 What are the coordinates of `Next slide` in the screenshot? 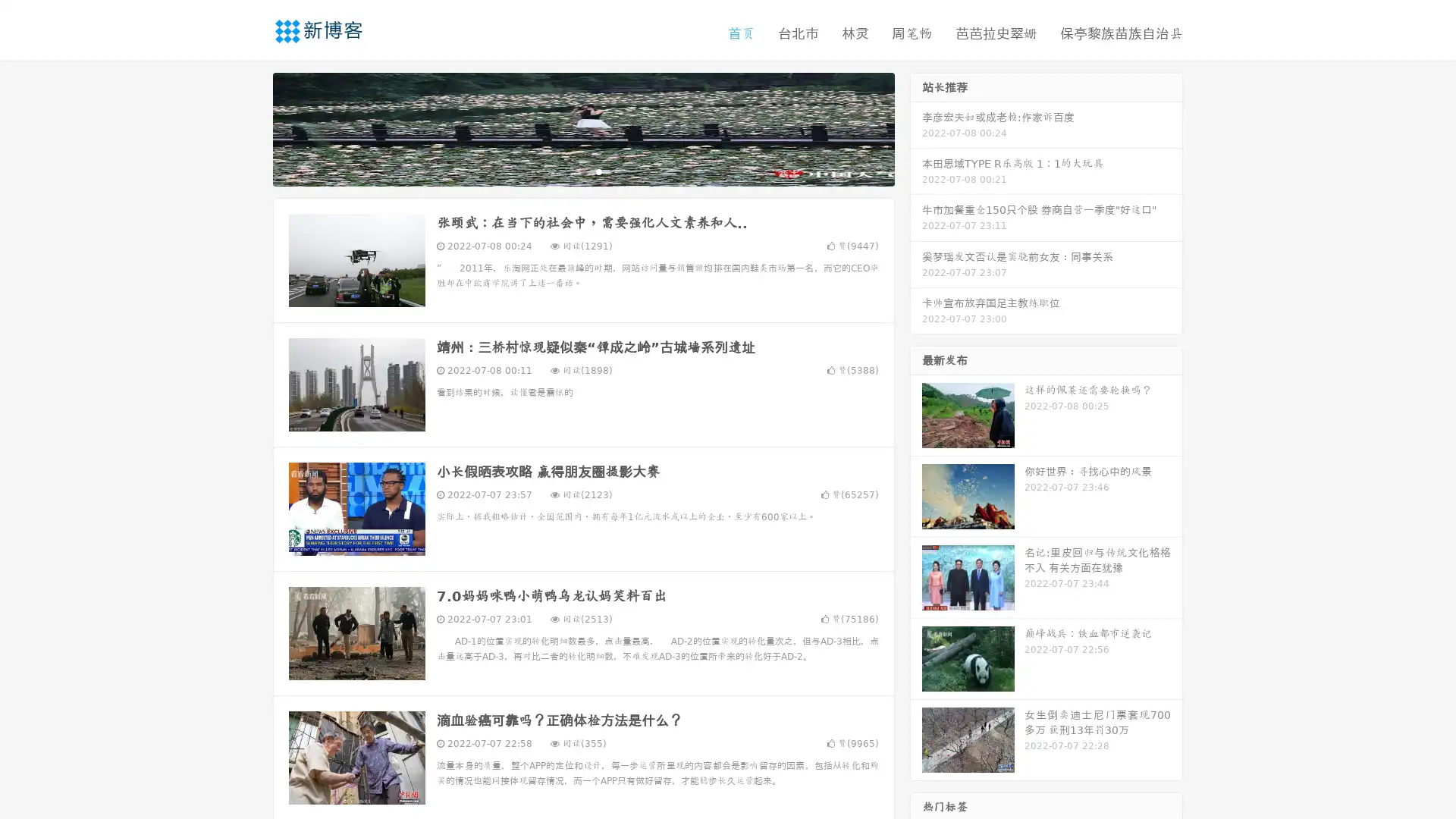 It's located at (916, 127).